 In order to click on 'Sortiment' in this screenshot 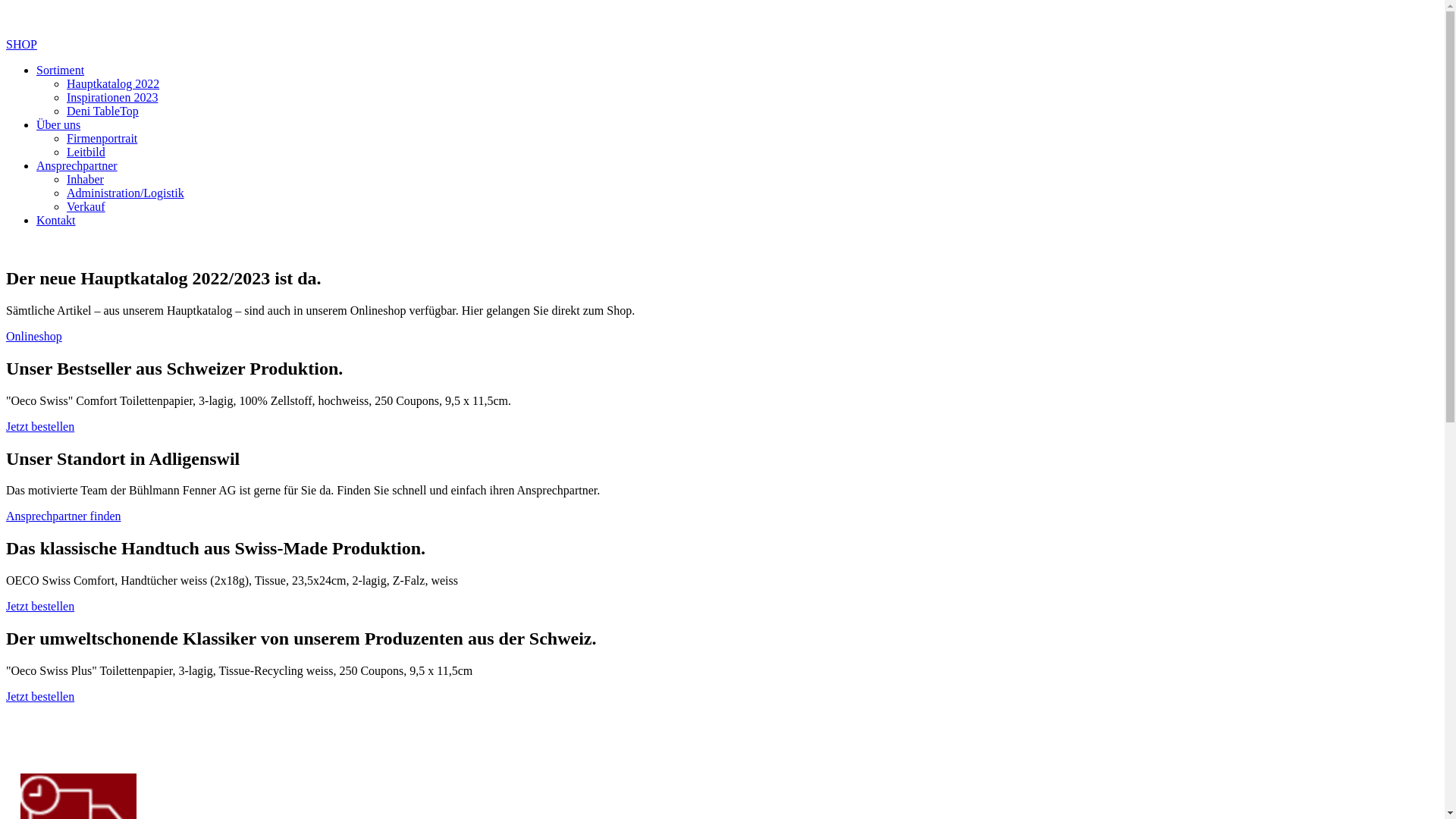, I will do `click(60, 70)`.